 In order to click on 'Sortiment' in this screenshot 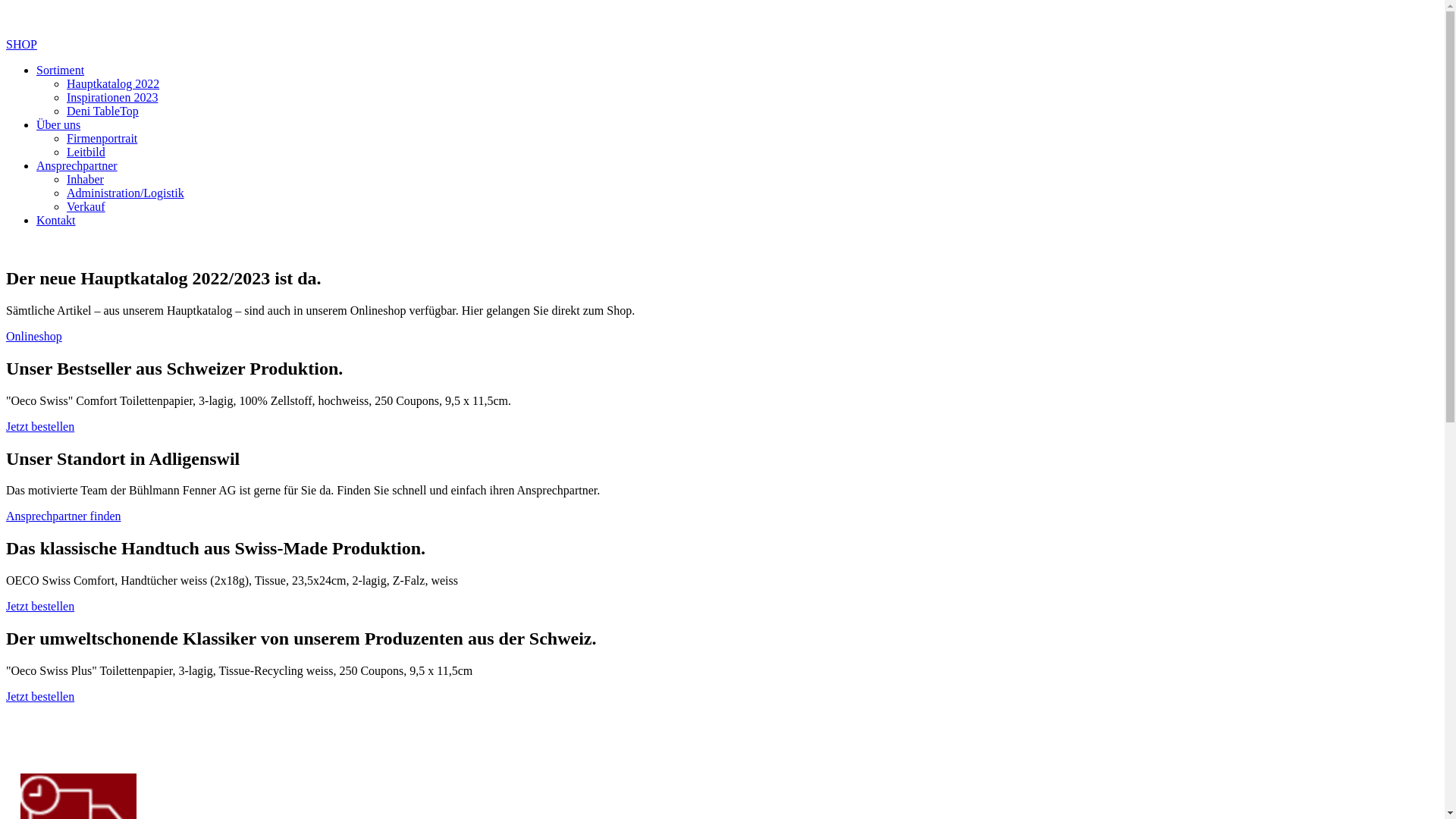, I will do `click(60, 70)`.